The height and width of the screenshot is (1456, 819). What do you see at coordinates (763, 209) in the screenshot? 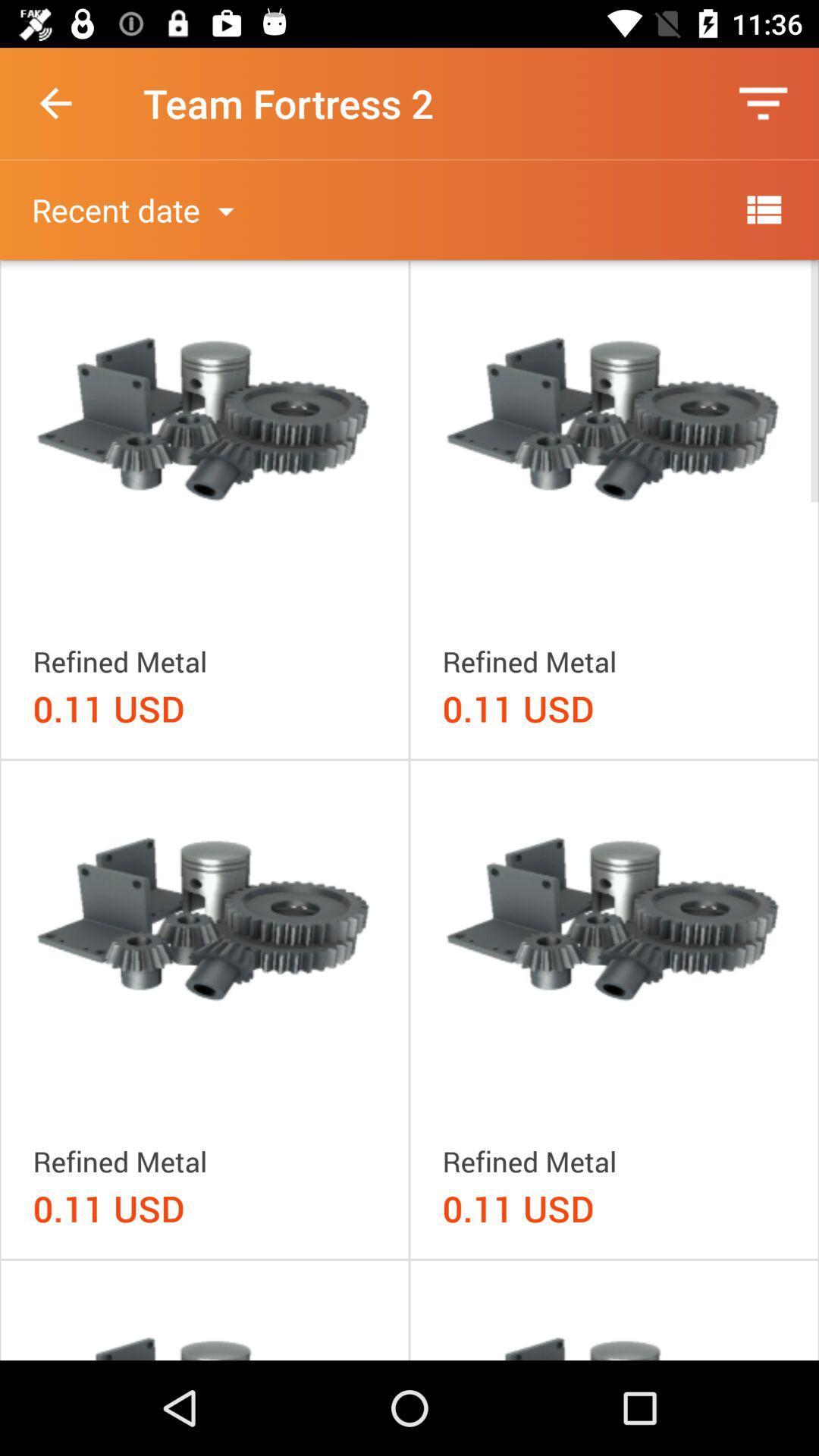
I see `the list icon` at bounding box center [763, 209].